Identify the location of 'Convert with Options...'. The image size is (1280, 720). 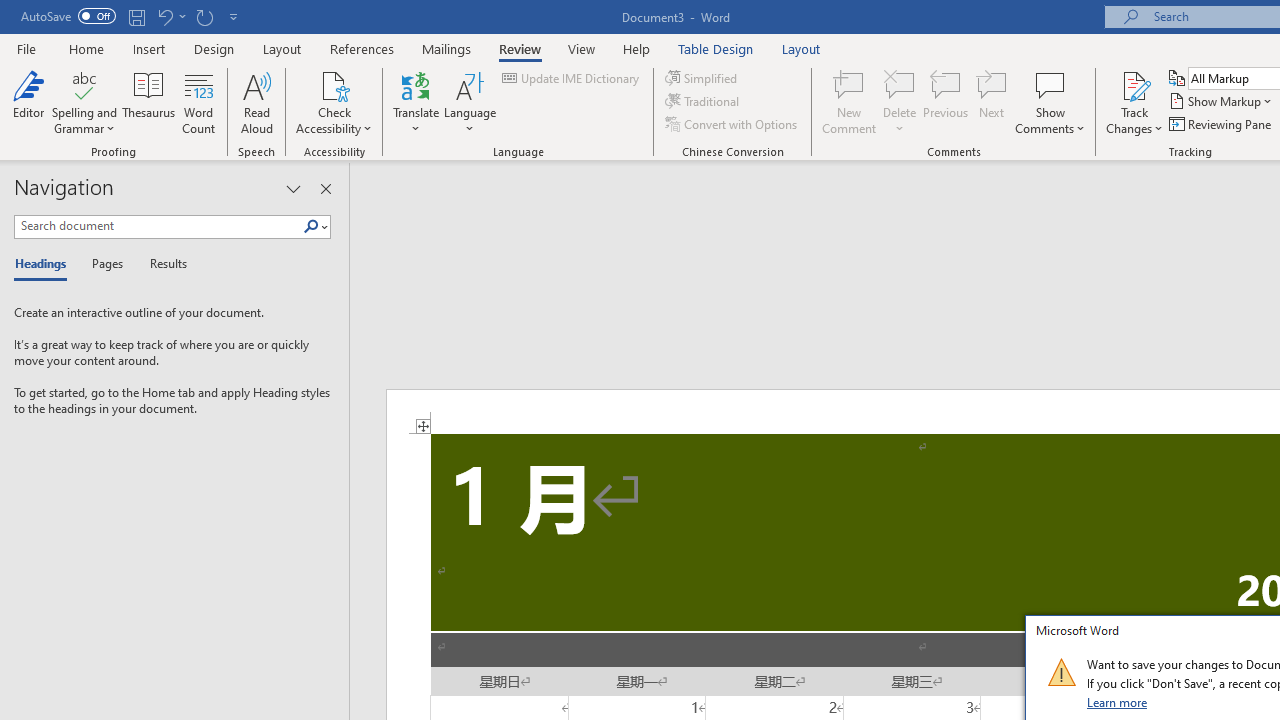
(731, 124).